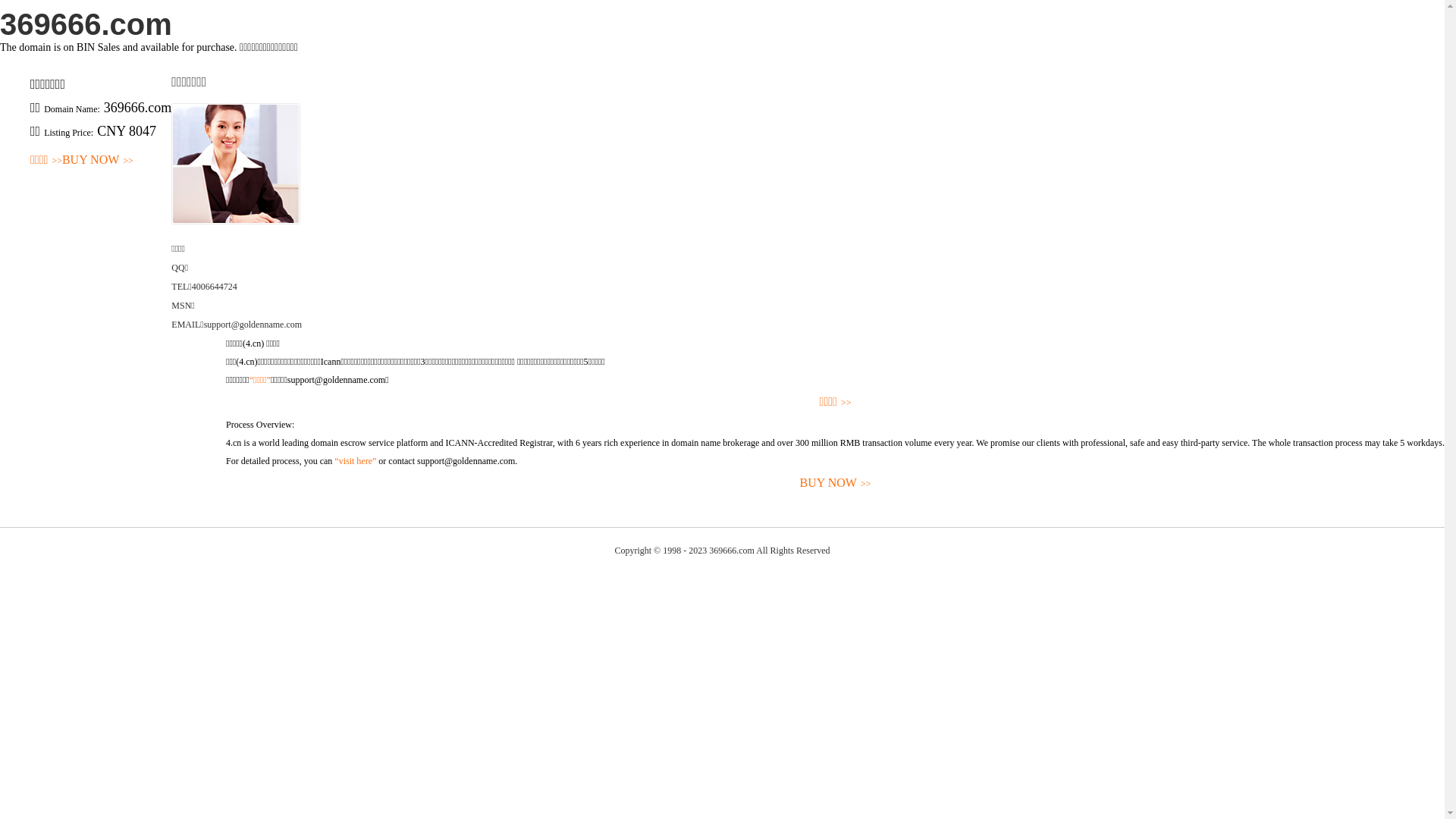 This screenshot has width=1456, height=819. What do you see at coordinates (834, 483) in the screenshot?
I see `'BUY NOW>>'` at bounding box center [834, 483].